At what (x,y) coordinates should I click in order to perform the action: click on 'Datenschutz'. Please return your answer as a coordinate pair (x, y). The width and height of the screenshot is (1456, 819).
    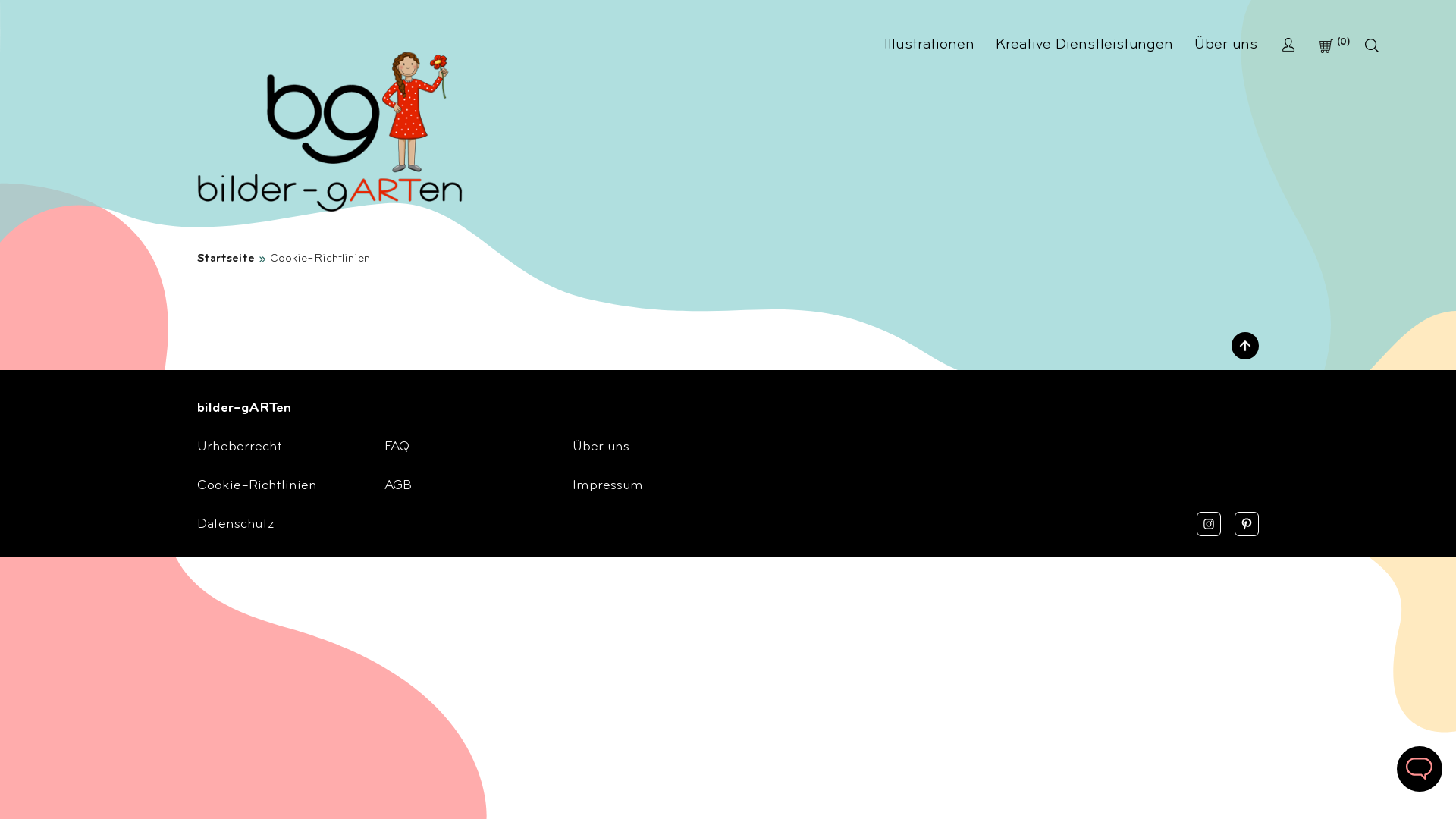
    Looking at the image, I should click on (234, 523).